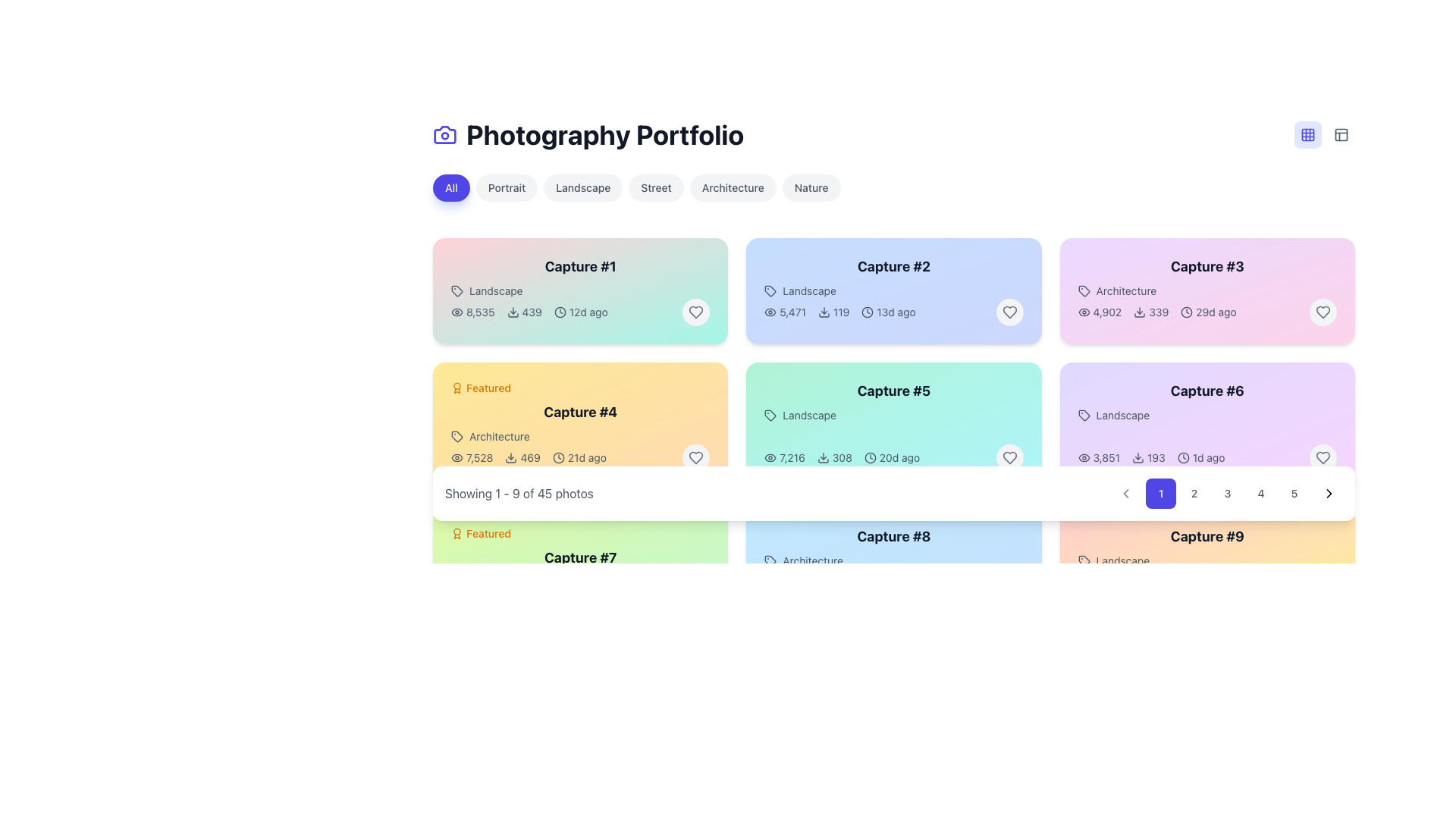 The height and width of the screenshot is (819, 1456). Describe the element at coordinates (889, 312) in the screenshot. I see `information label with an icon located at the bottom-right corner of the light blue card labeled 'Capture #2' to check the time since the capture was added or last updated` at that location.